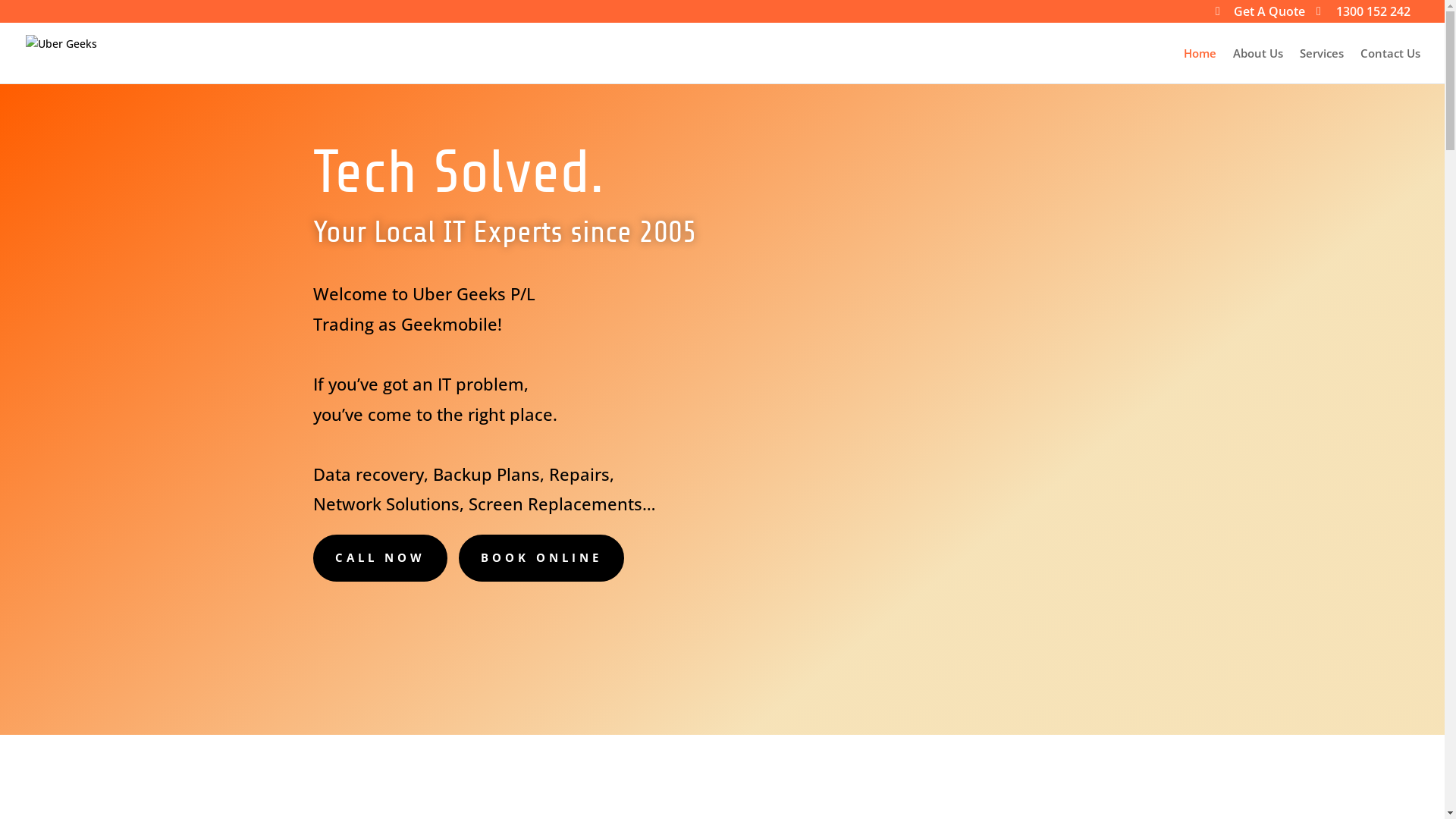 Image resolution: width=1456 pixels, height=819 pixels. What do you see at coordinates (1199, 64) in the screenshot?
I see `'Home'` at bounding box center [1199, 64].